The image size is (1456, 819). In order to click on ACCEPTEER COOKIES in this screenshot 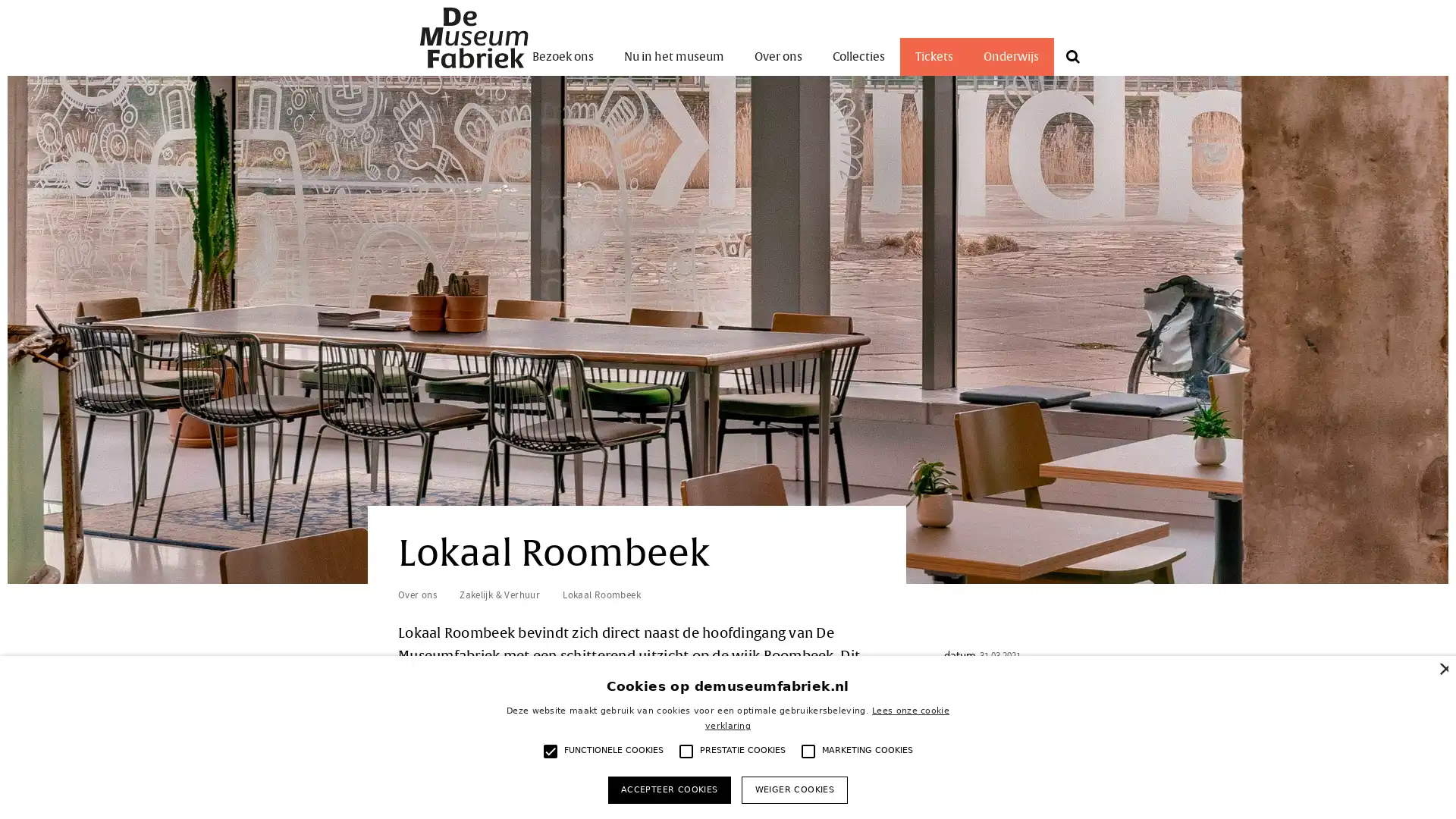, I will do `click(668, 789)`.